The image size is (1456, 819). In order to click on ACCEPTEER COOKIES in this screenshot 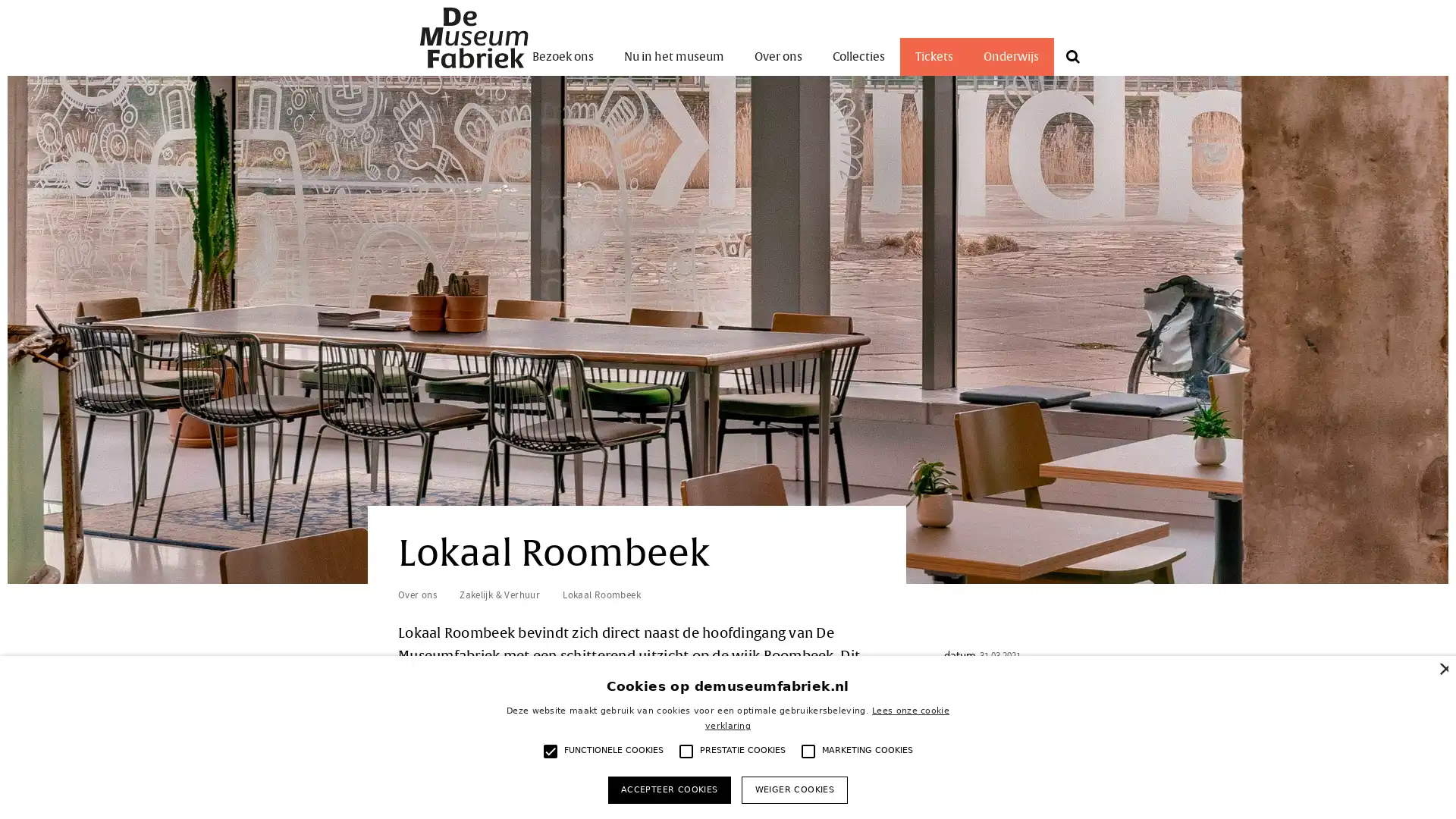, I will do `click(668, 789)`.